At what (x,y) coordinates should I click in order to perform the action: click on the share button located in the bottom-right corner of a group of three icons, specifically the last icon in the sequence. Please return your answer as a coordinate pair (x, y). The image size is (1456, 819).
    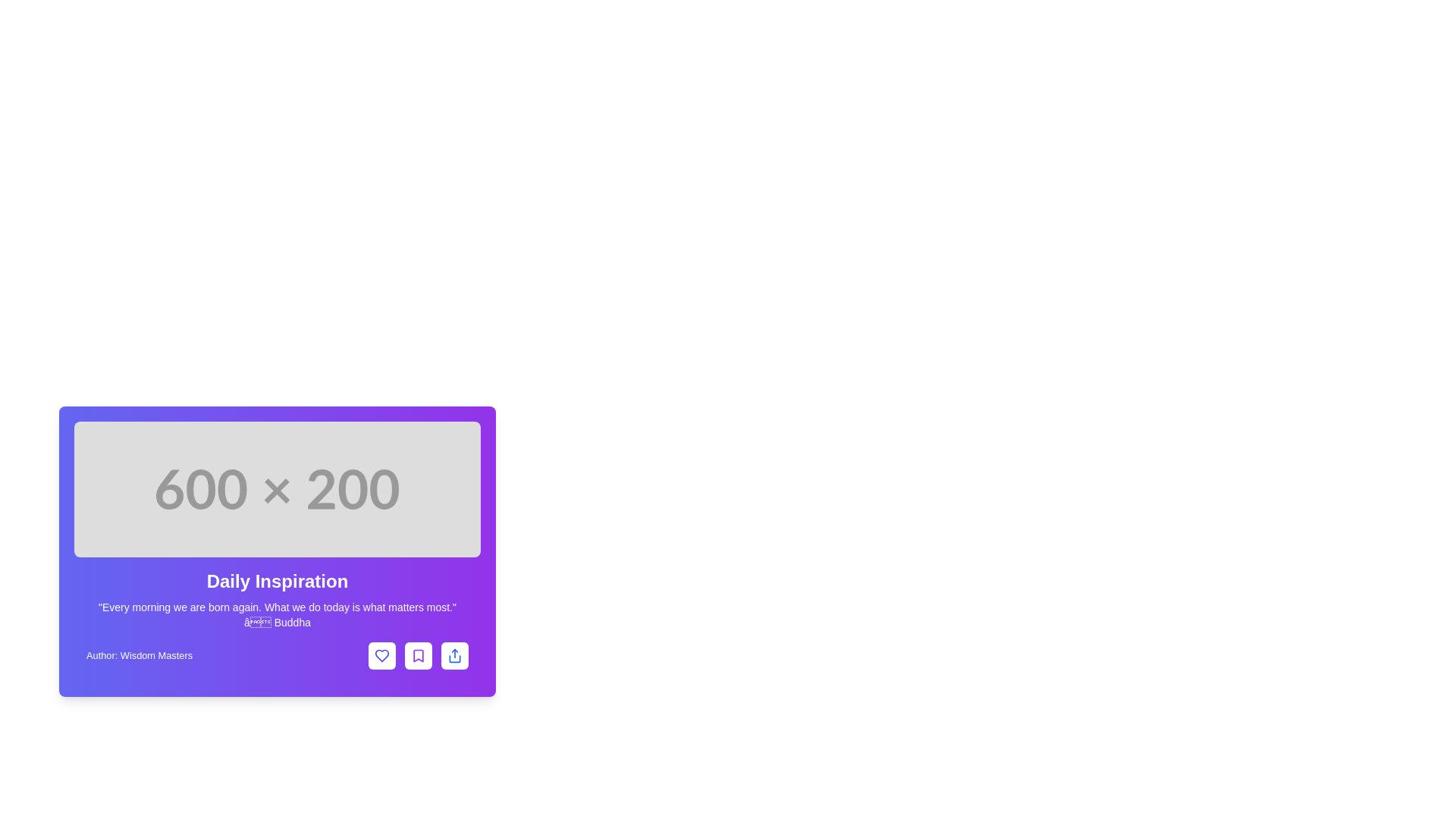
    Looking at the image, I should click on (454, 654).